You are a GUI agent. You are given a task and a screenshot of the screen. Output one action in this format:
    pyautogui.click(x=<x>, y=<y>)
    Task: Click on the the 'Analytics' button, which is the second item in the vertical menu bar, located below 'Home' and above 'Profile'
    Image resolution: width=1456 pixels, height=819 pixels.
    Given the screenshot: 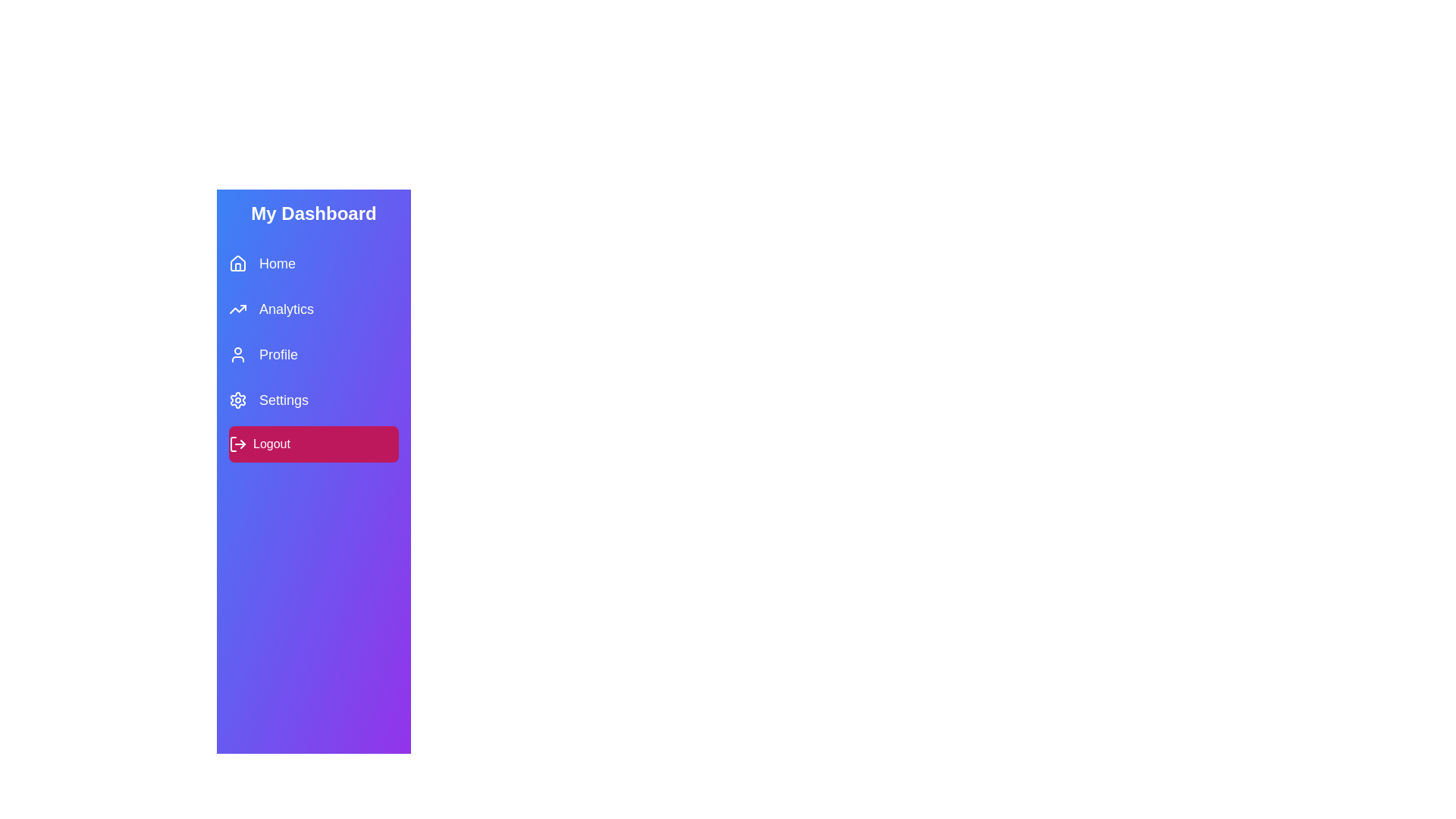 What is the action you would take?
    pyautogui.click(x=312, y=309)
    